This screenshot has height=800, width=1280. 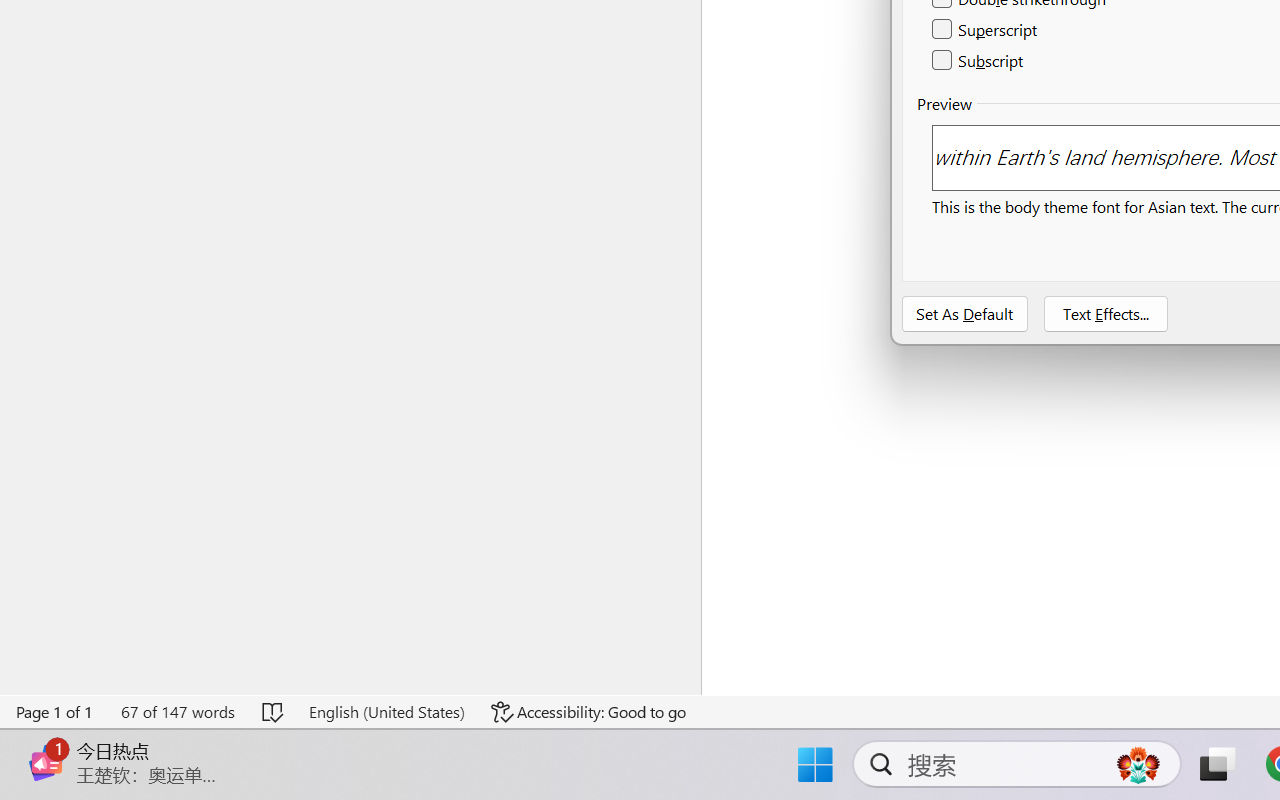 What do you see at coordinates (986, 30) in the screenshot?
I see `'Superscript'` at bounding box center [986, 30].